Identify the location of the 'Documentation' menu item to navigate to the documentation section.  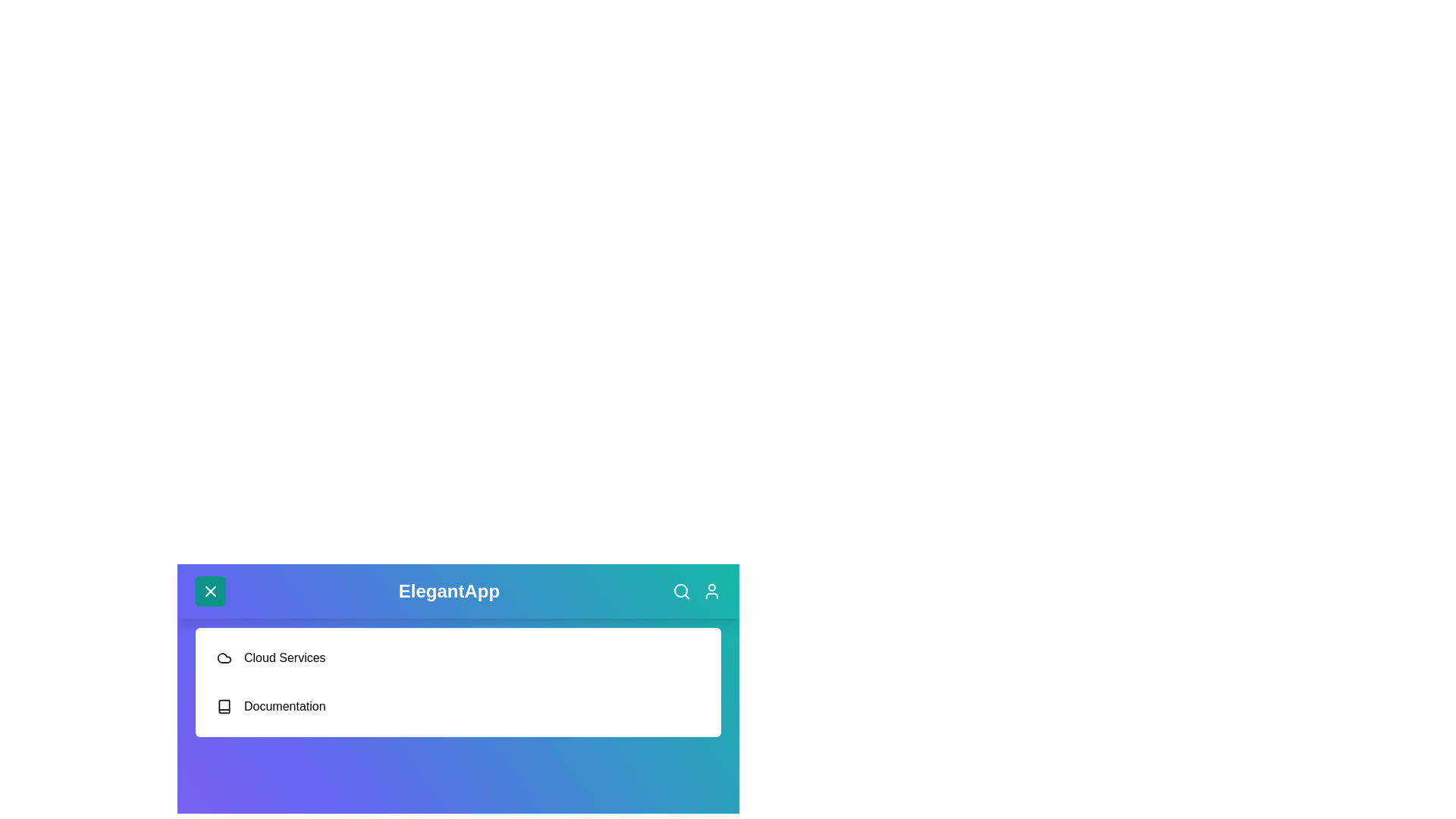
(284, 707).